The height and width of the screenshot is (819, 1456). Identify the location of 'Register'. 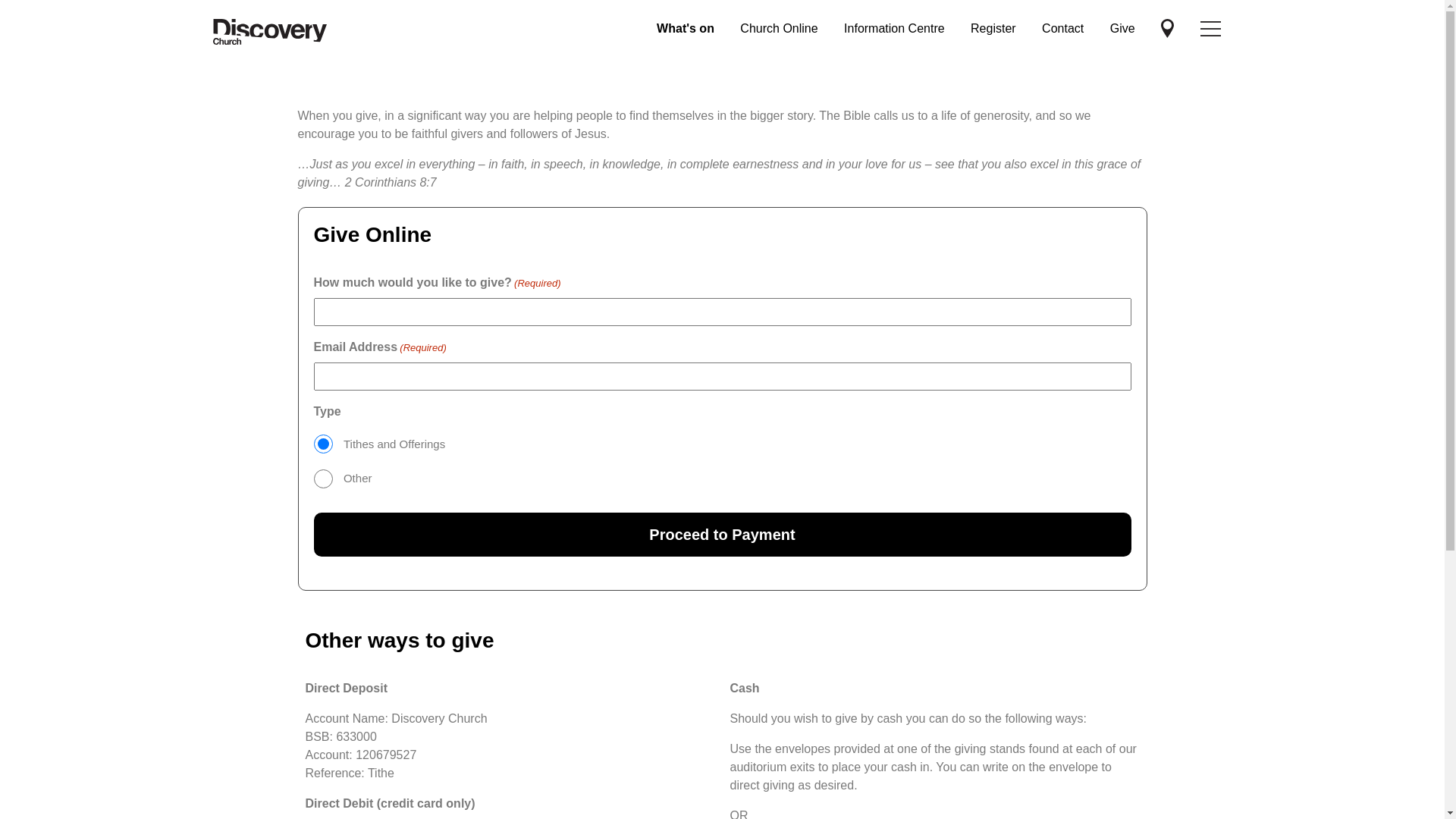
(993, 28).